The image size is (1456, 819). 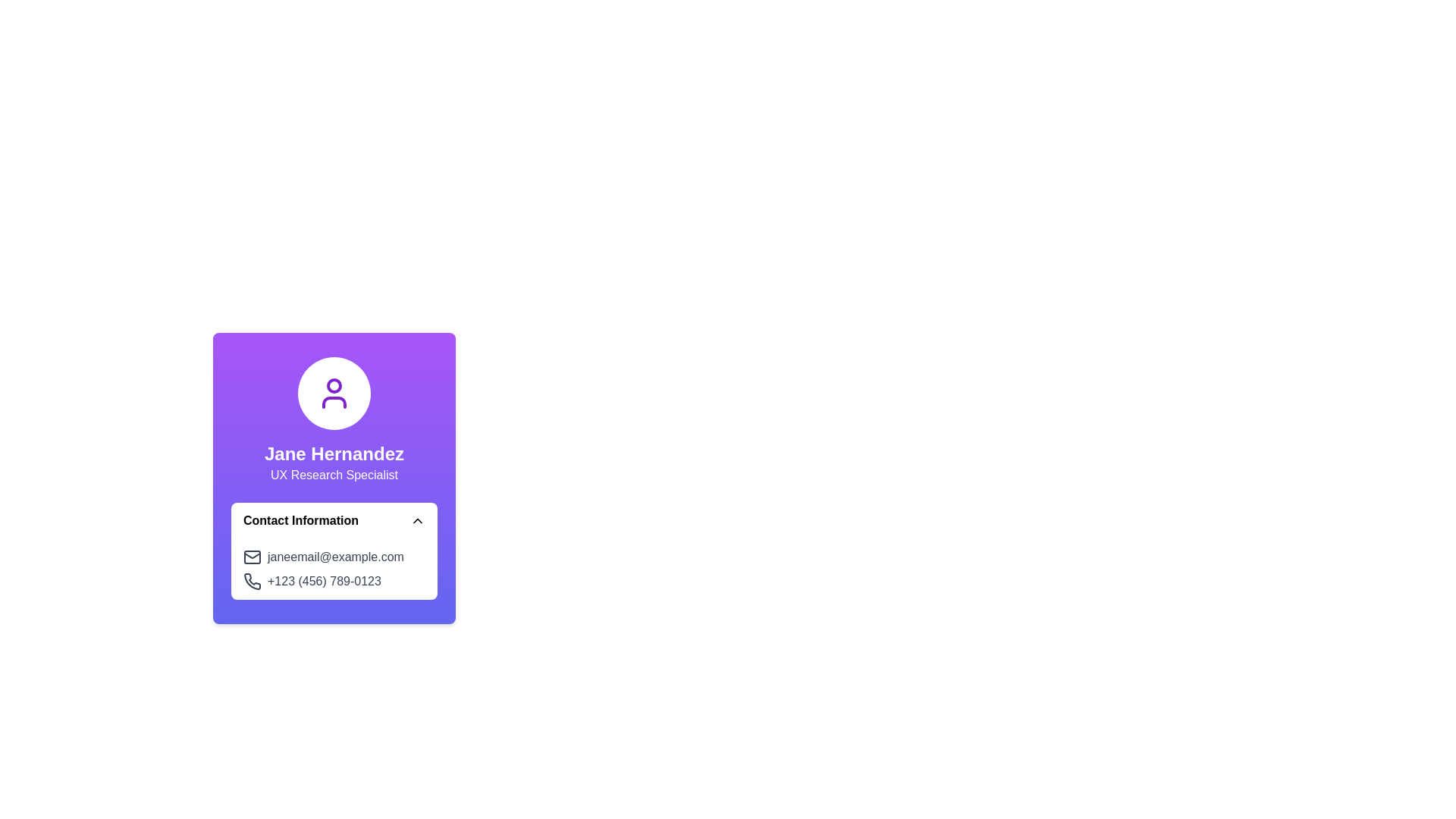 What do you see at coordinates (334, 474) in the screenshot?
I see `the text label 'UX Research Specialist' which is centrally positioned below 'Jane Hernandez' and above 'Contact Information' in the card interface` at bounding box center [334, 474].